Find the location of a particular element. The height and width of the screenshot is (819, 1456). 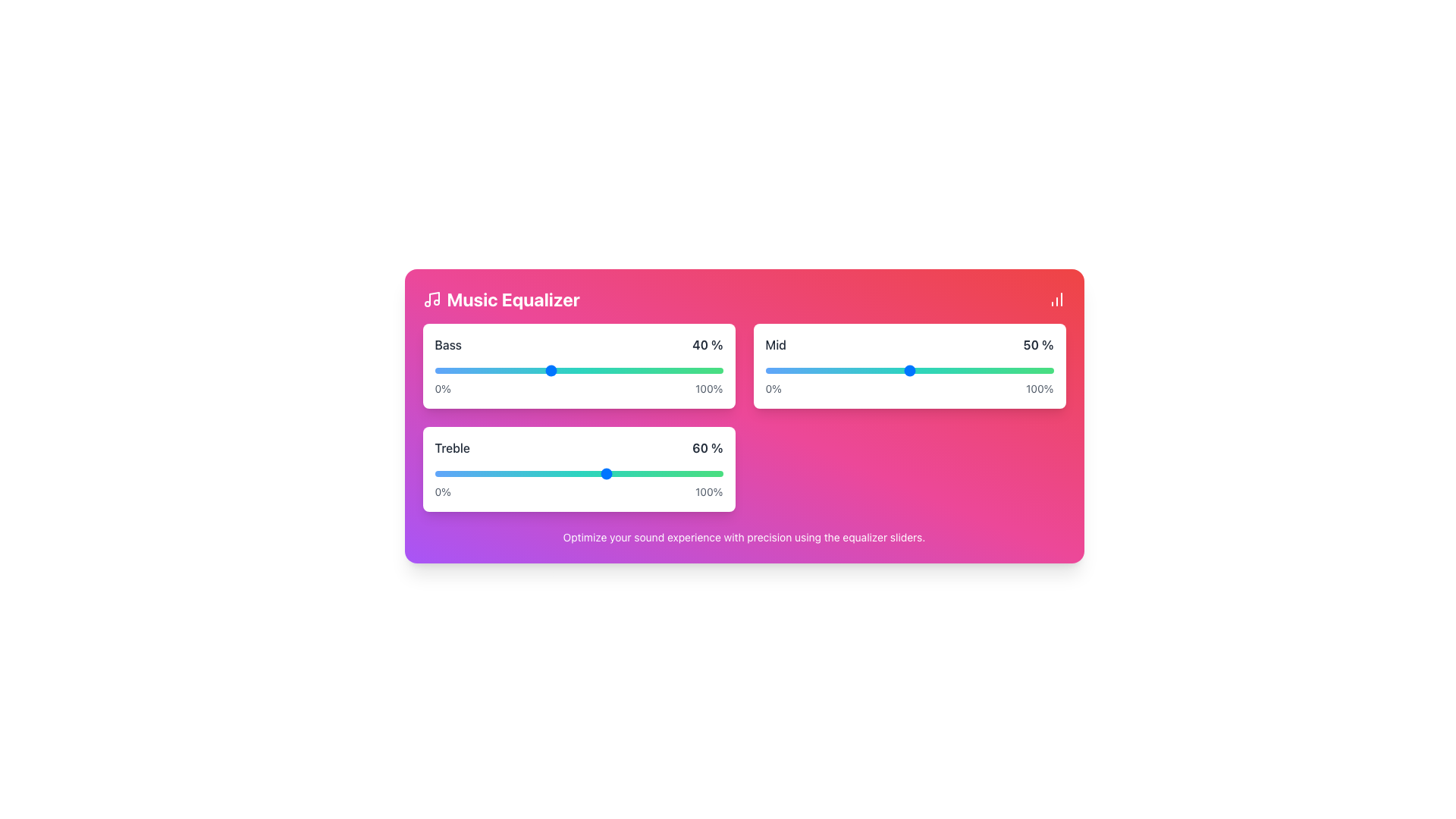

the mid-level equalizer is located at coordinates (848, 371).